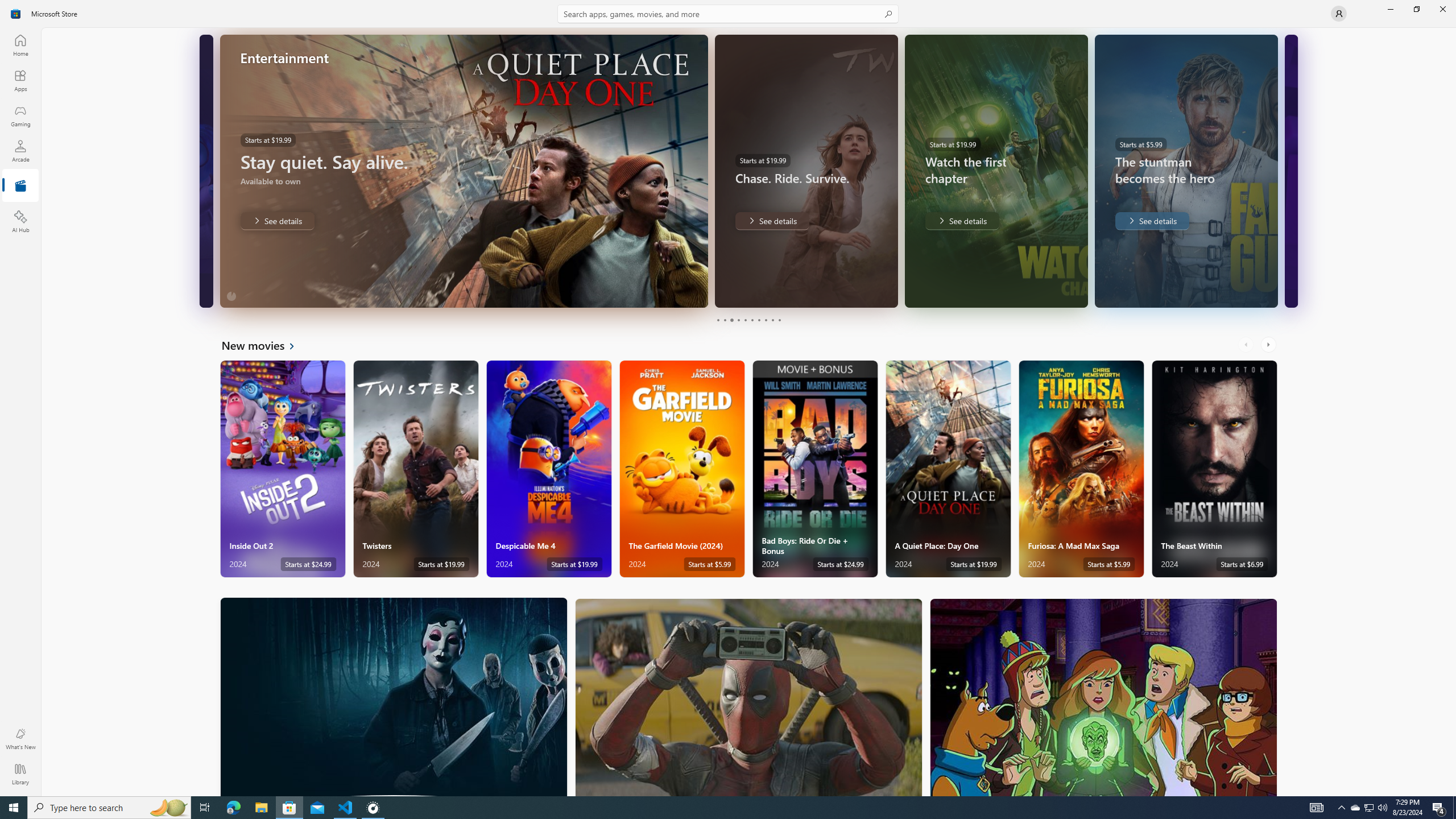  I want to click on 'The Beast Within. Starts at $6.99  ', so click(1214, 469).